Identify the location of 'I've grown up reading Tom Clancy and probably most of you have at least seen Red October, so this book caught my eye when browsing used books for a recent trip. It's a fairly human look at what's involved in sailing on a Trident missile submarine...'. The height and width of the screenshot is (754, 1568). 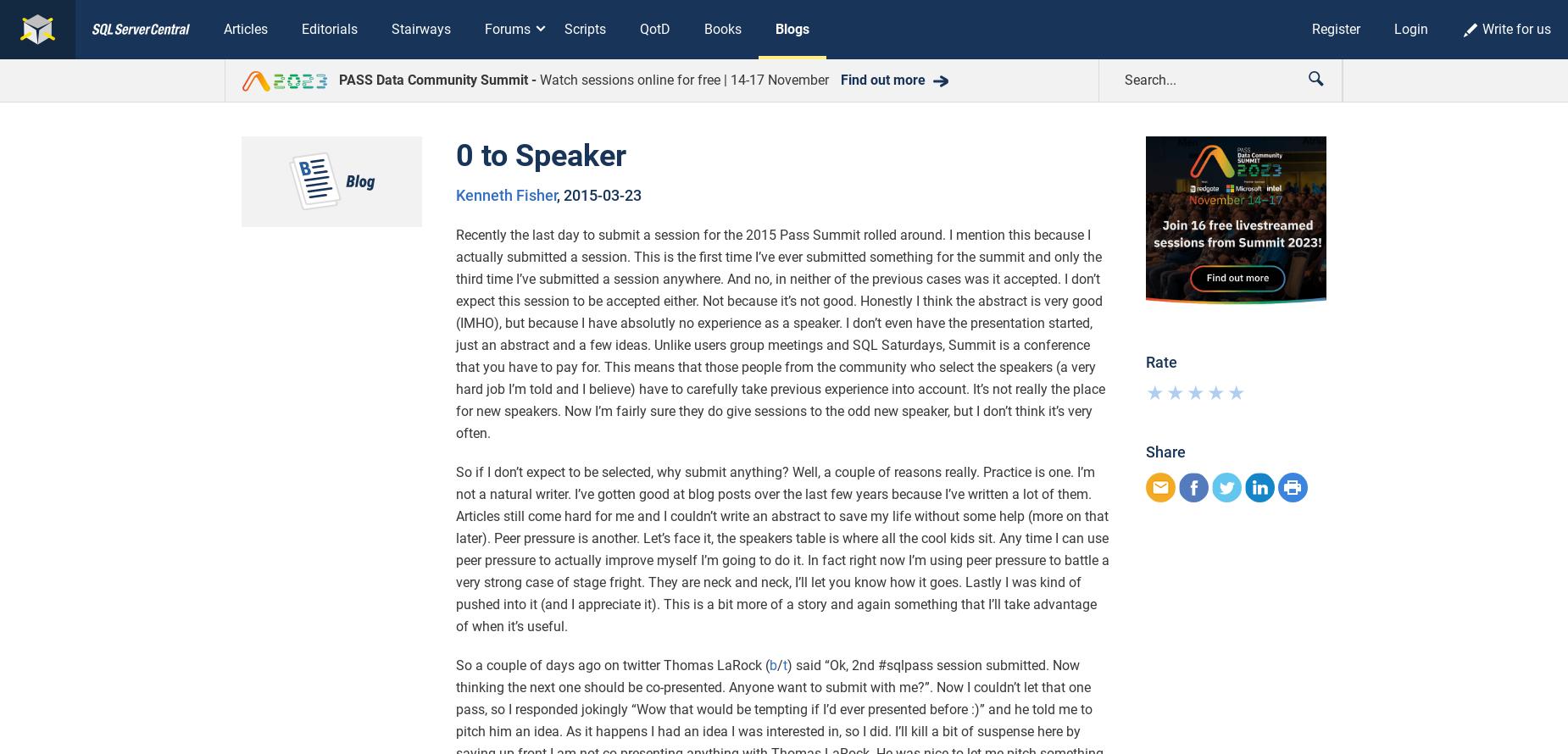
(783, 735).